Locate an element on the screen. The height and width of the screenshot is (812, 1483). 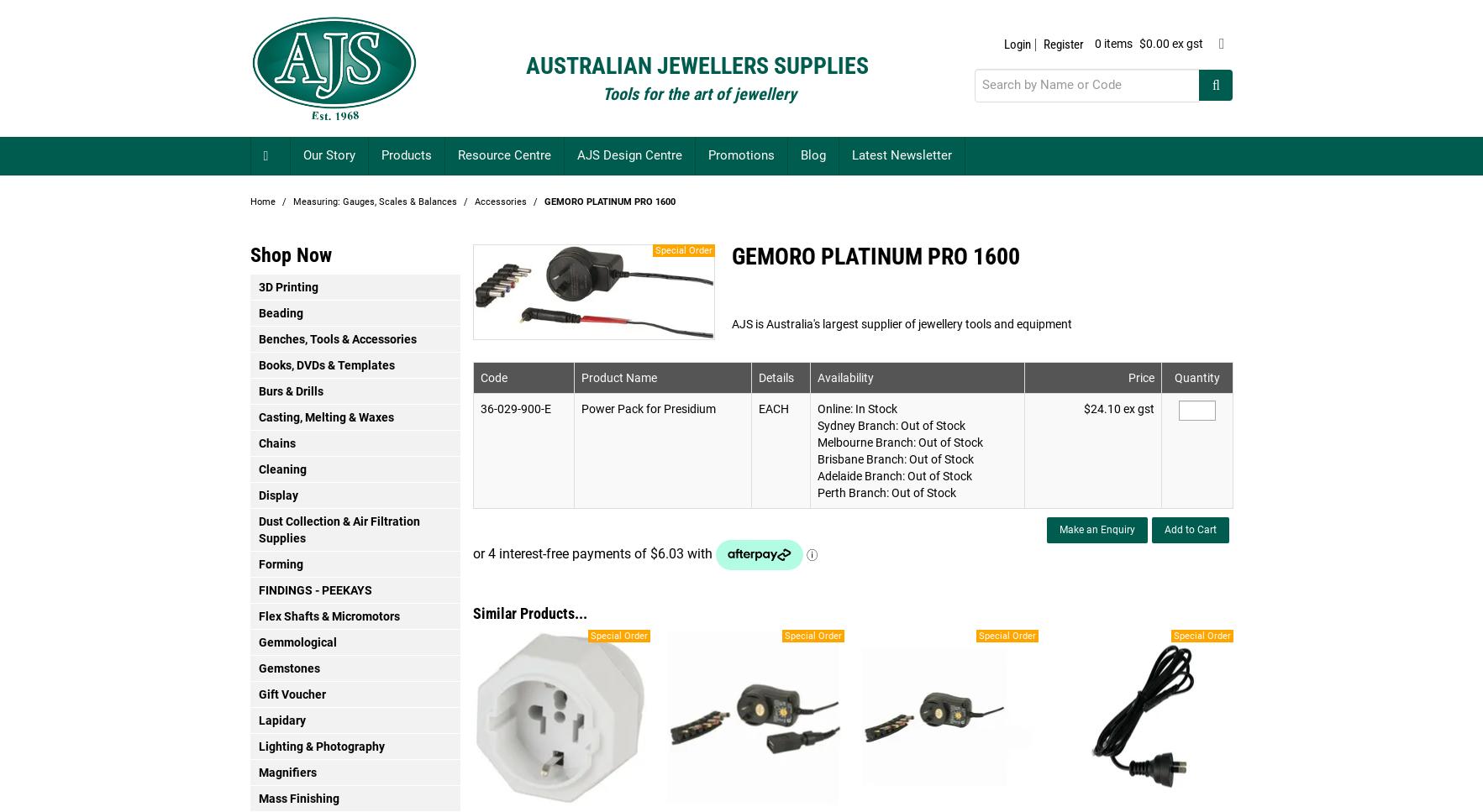
'Forming' is located at coordinates (256, 563).